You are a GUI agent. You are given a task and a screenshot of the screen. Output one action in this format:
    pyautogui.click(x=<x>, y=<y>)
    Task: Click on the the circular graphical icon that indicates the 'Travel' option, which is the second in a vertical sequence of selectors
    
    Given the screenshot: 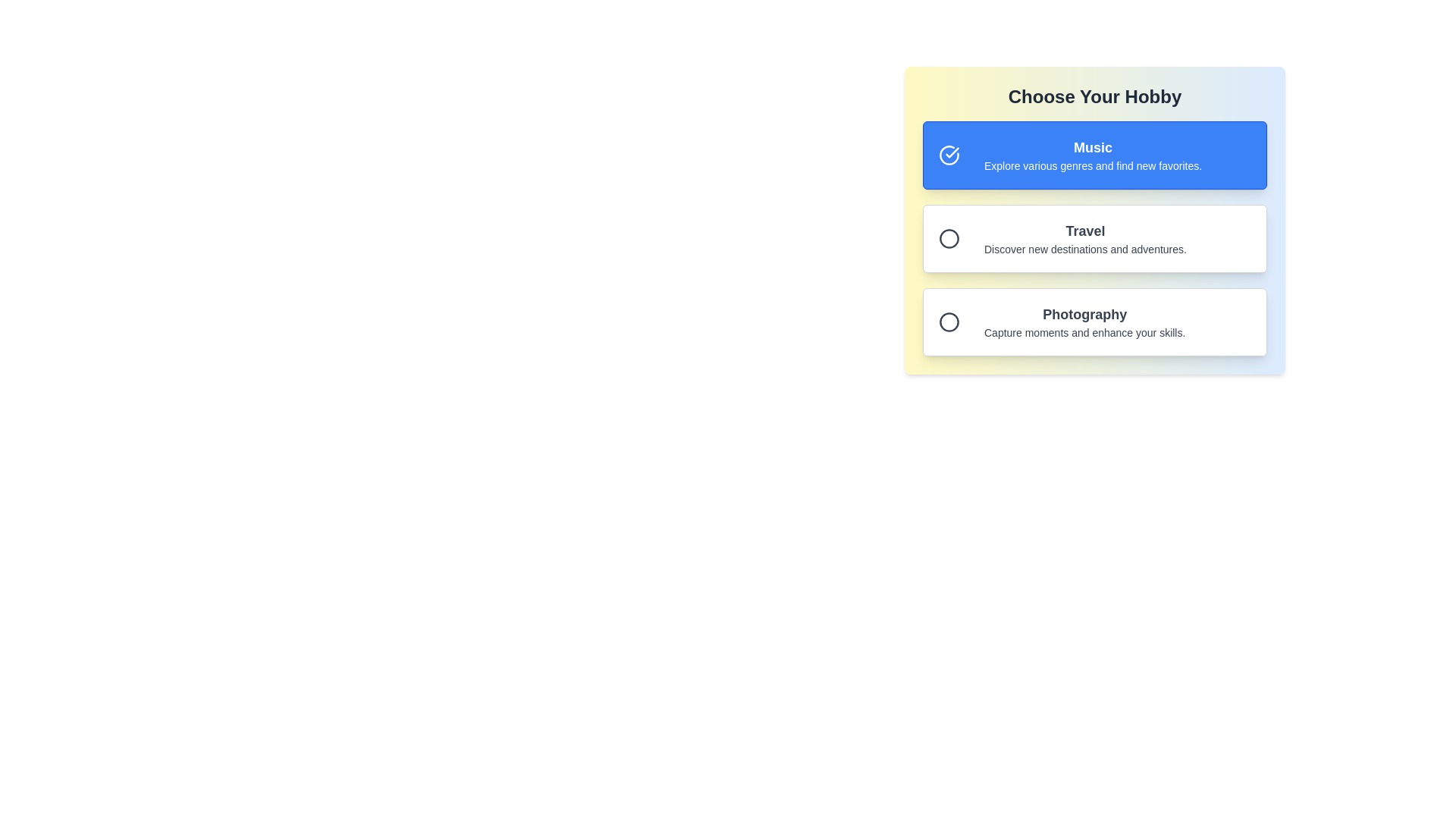 What is the action you would take?
    pyautogui.click(x=949, y=239)
    